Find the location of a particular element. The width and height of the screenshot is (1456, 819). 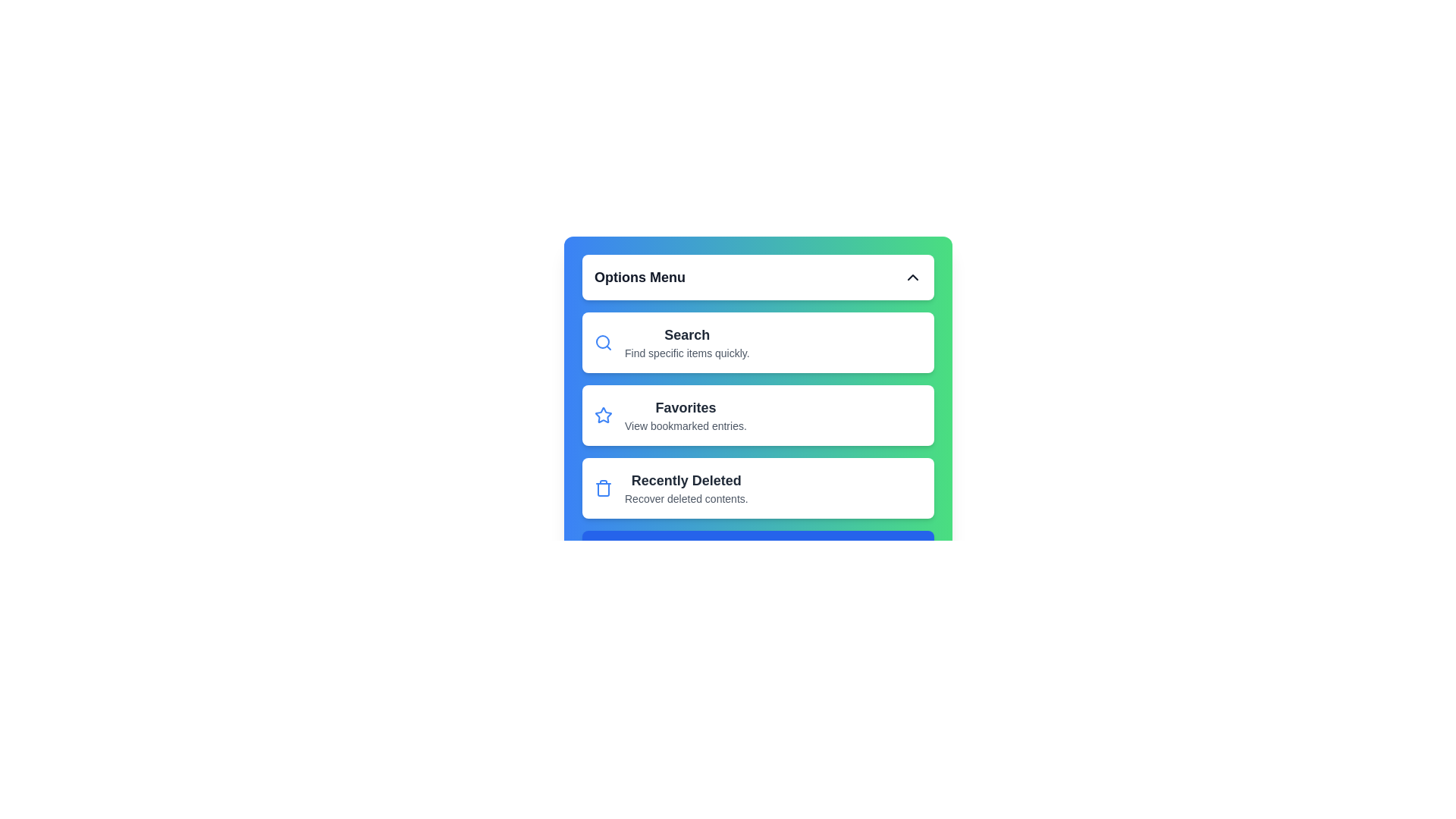

the rectangular icon with curved edges located within the trash can SVG element in the 'Recently Deleted' section of the options menu is located at coordinates (603, 489).